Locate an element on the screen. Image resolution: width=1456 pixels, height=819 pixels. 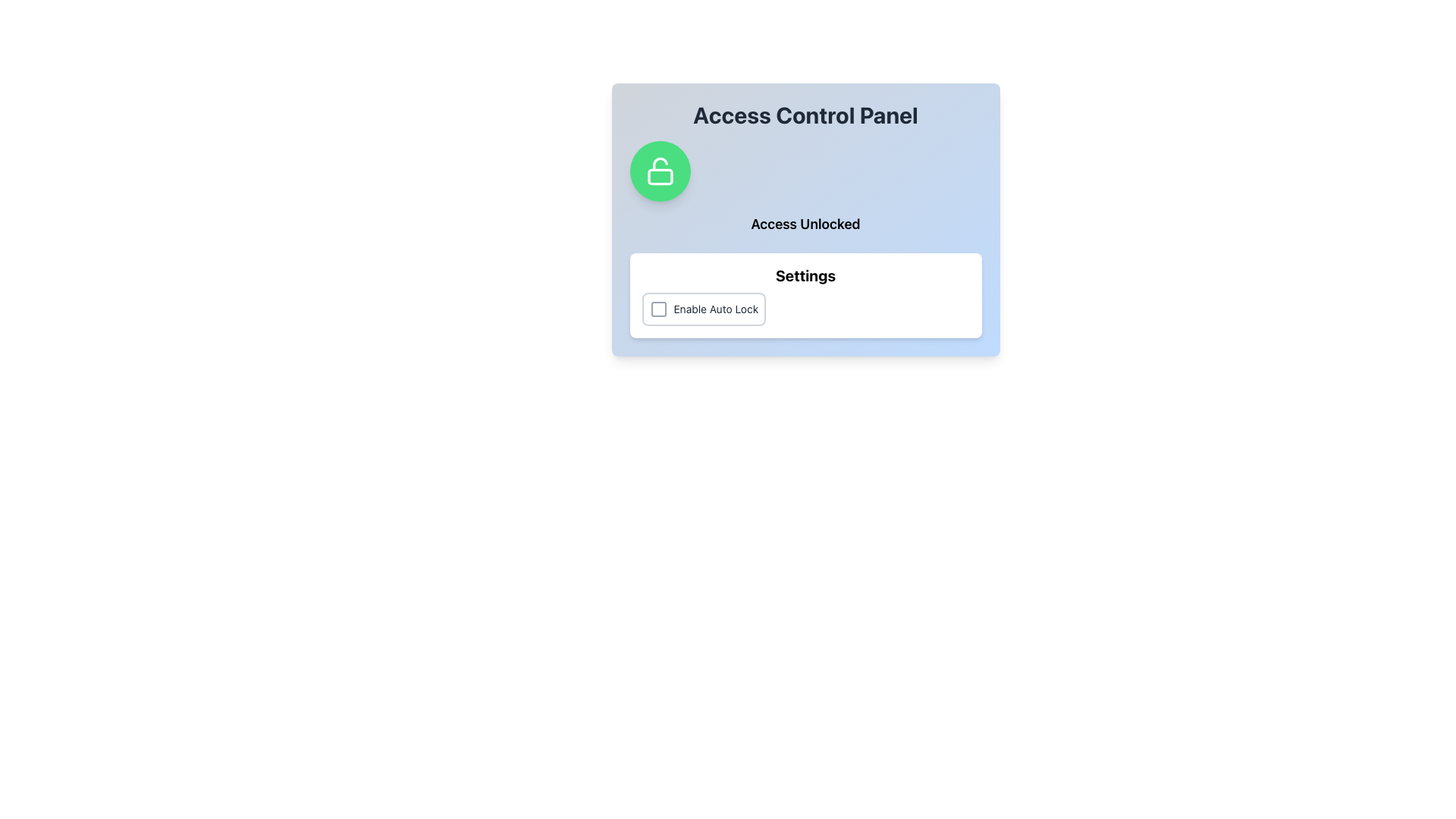
the 'Auto Lock' checkbox located in the 'Settings' section of the 'Access Control Panel' is located at coordinates (703, 309).